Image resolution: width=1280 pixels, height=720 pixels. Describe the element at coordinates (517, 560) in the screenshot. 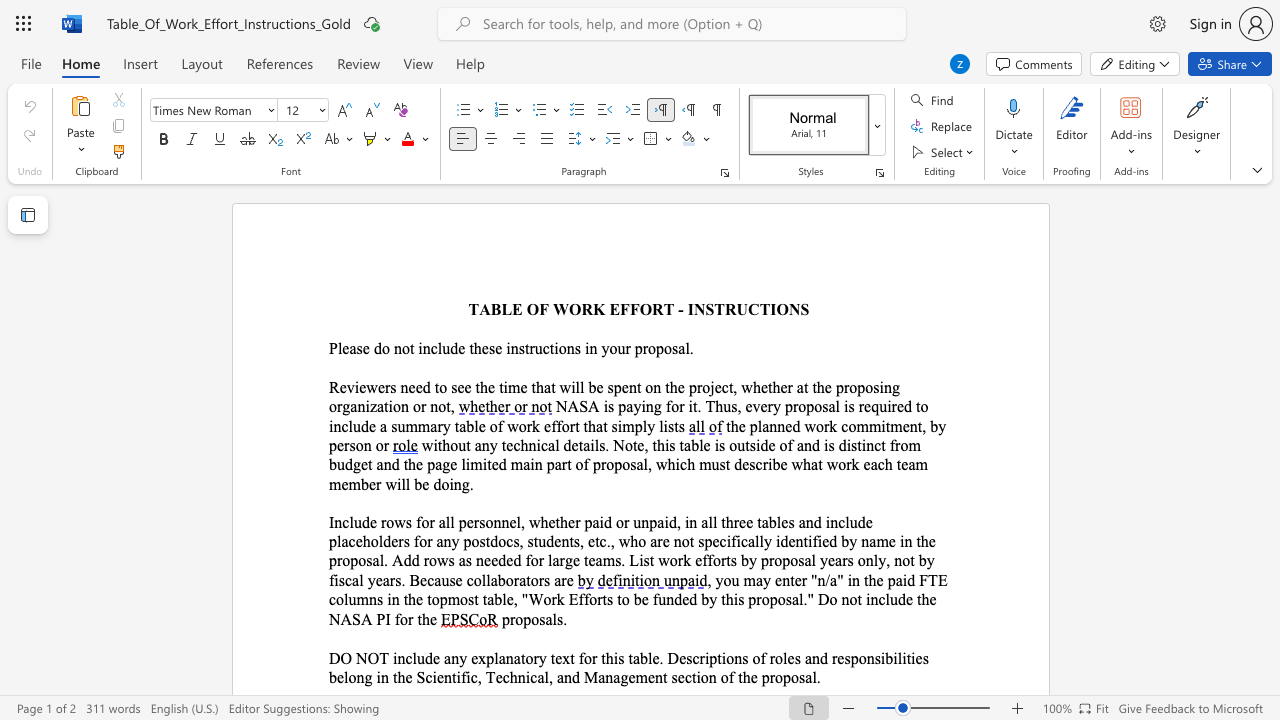

I see `the 4th character "d" in the text` at that location.